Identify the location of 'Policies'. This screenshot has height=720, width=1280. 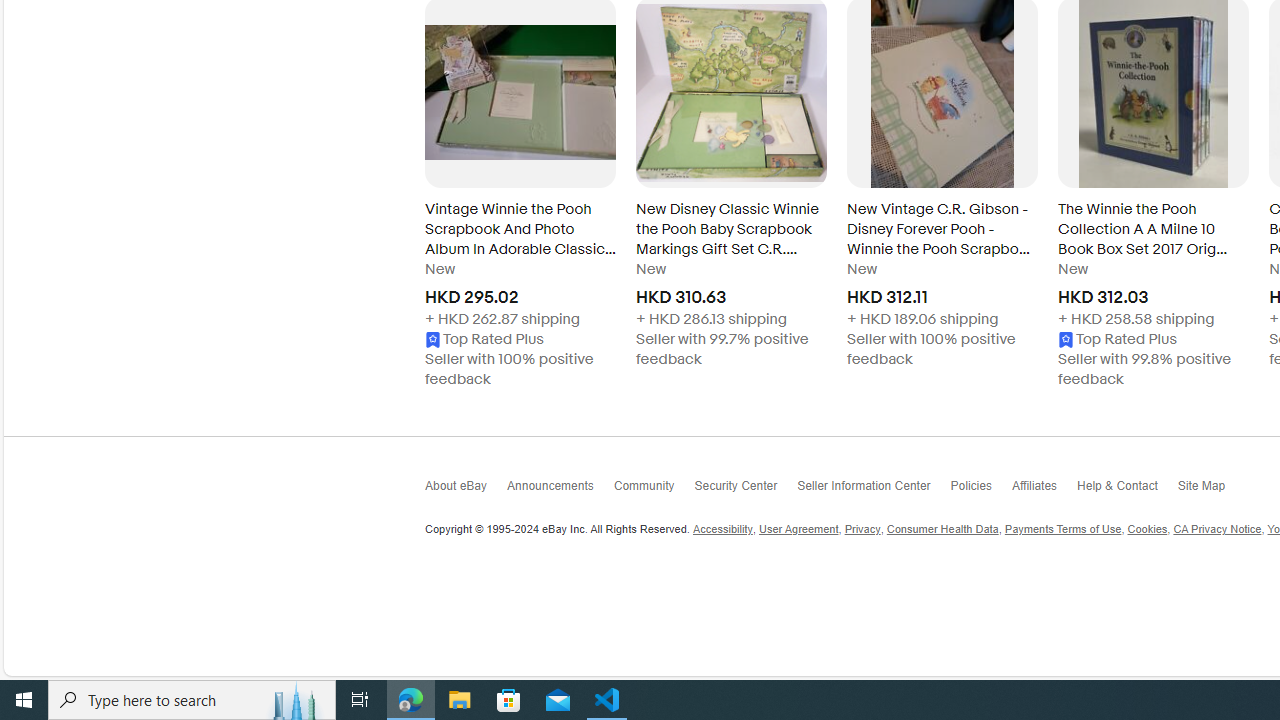
(981, 490).